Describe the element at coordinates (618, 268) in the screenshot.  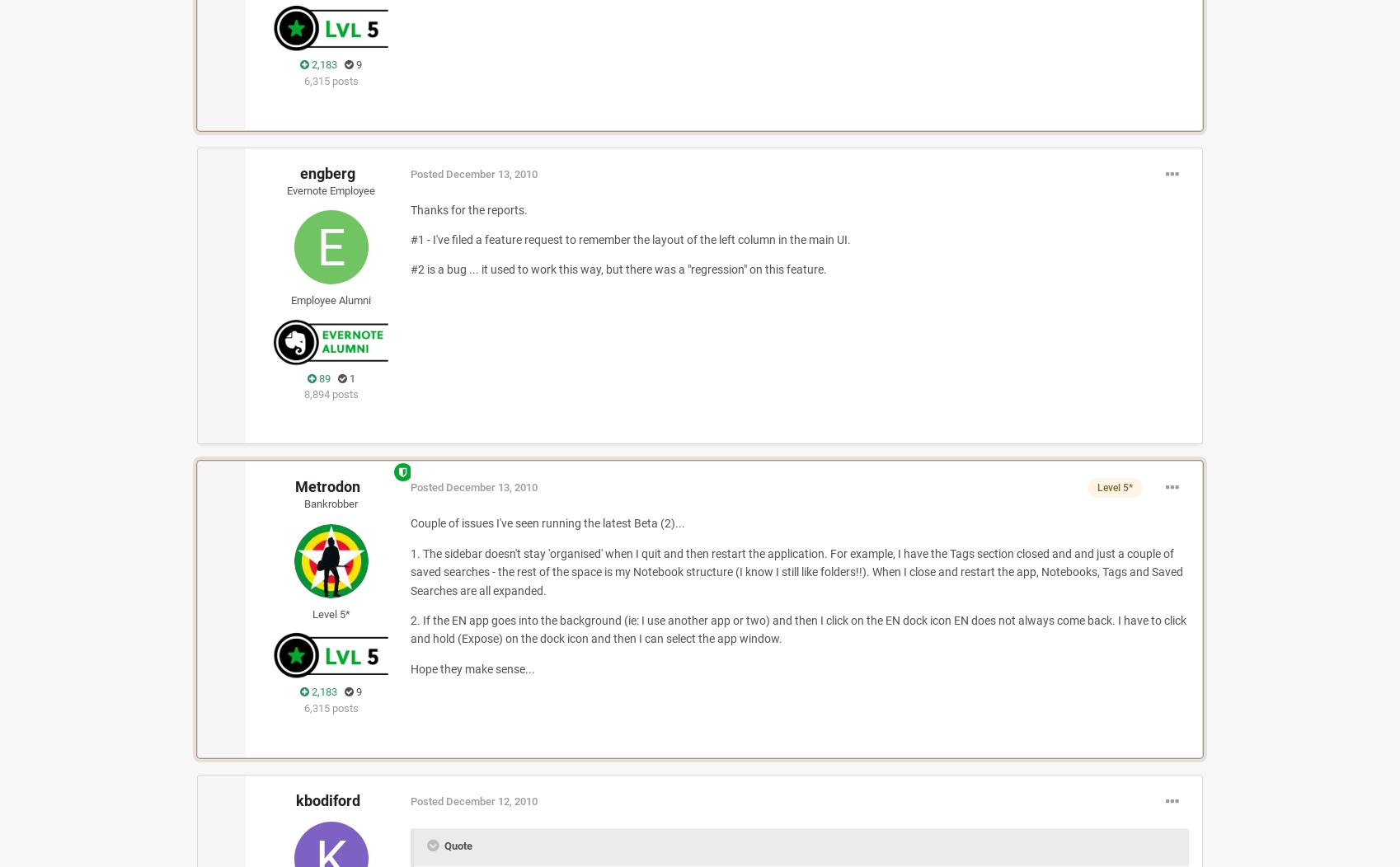
I see `'#2 is a bug ... it used to work this way, but there was a "regression" on this feature.'` at that location.